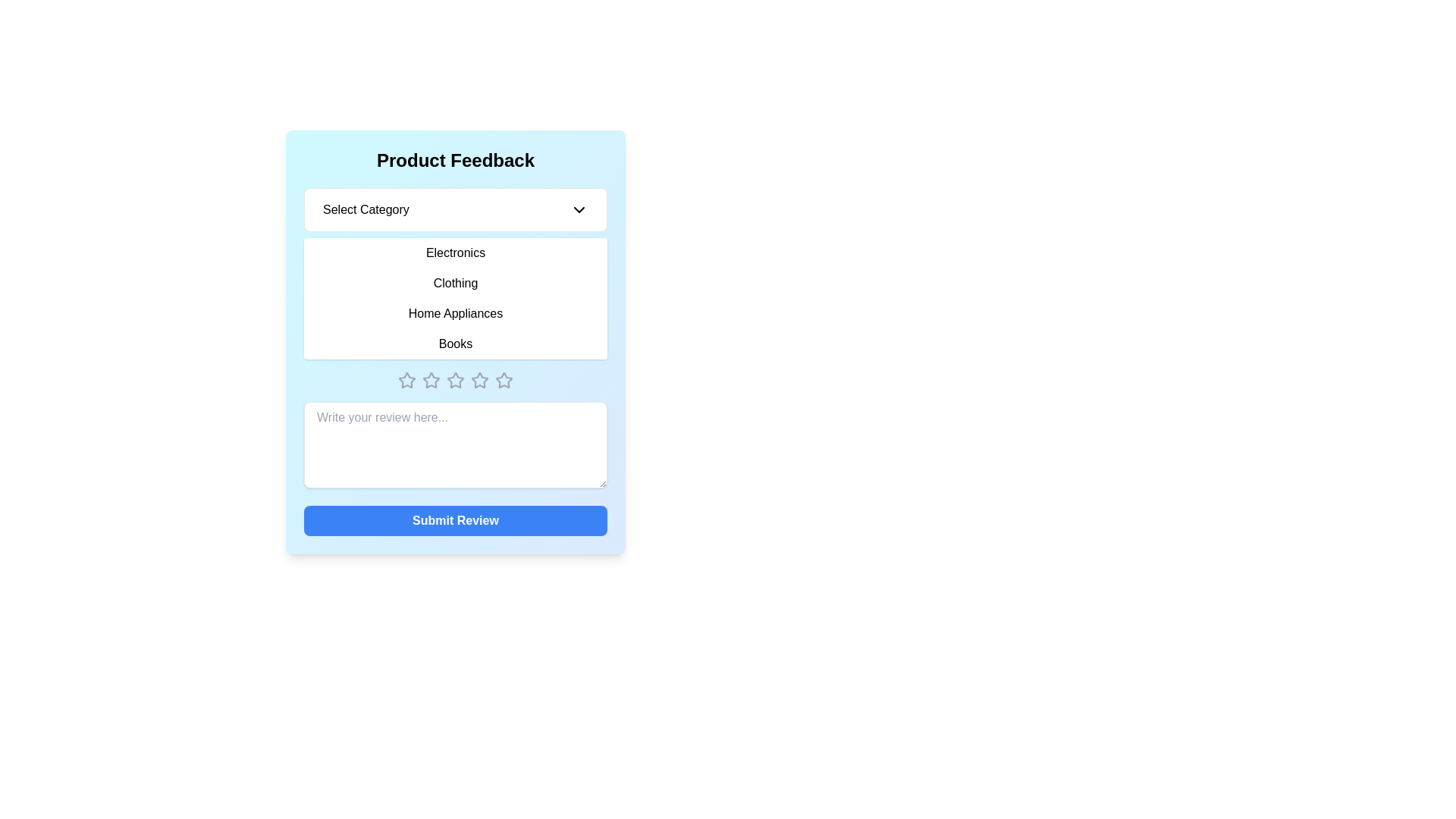  Describe the element at coordinates (431, 379) in the screenshot. I see `the second star icon in the star rating system, which is part of a horizontal arrangement of five identical stars located below a dropdown menu and above a text input field` at that location.